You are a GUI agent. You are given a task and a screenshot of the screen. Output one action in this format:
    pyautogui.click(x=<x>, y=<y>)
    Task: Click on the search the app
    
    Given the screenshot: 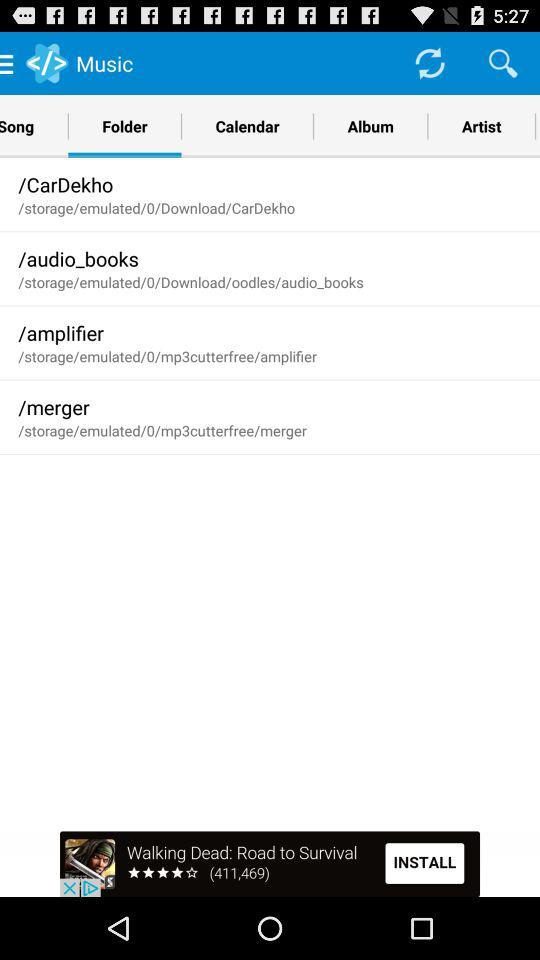 What is the action you would take?
    pyautogui.click(x=502, y=62)
    